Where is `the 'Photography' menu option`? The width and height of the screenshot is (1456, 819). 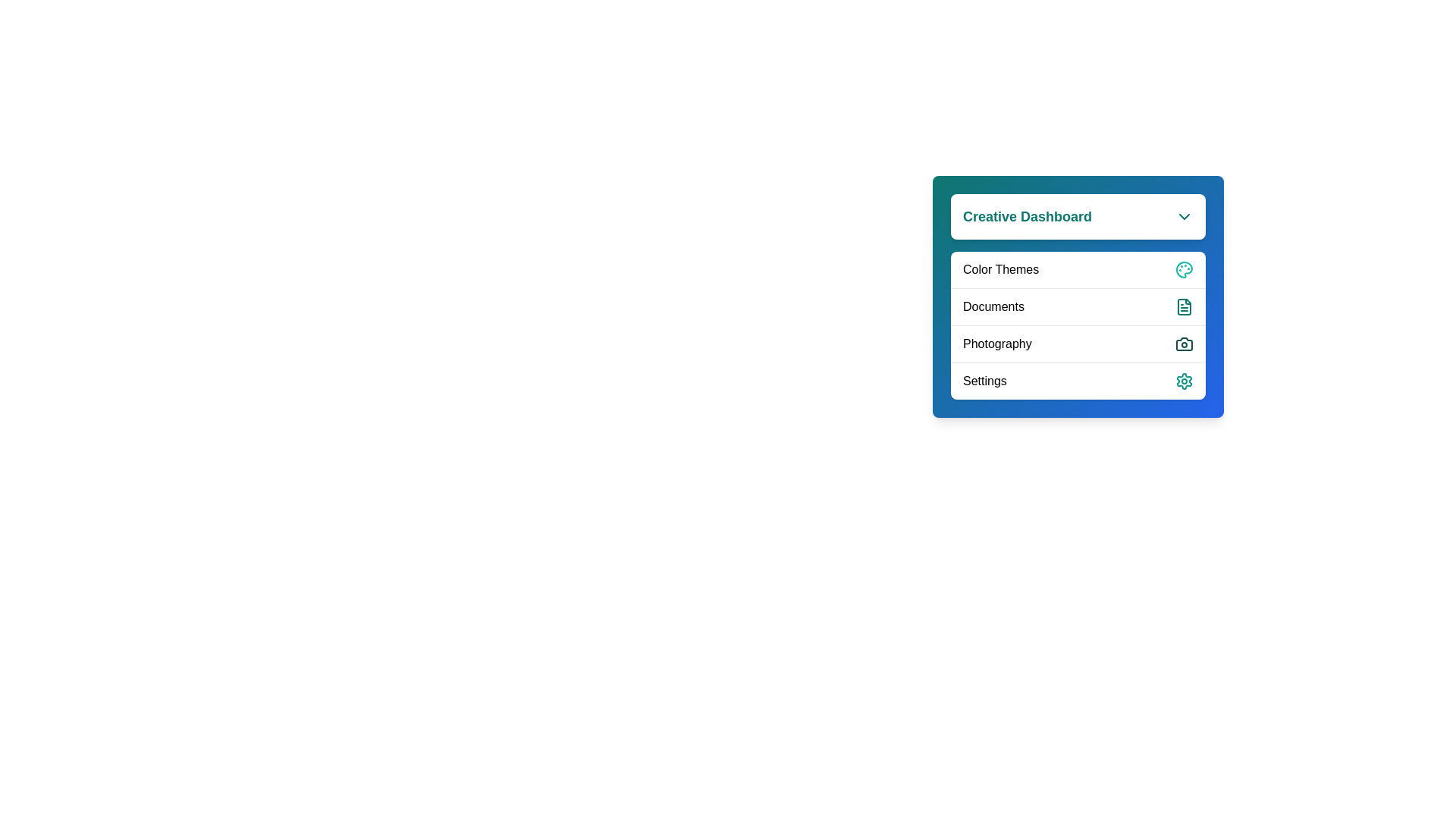 the 'Photography' menu option is located at coordinates (1077, 344).